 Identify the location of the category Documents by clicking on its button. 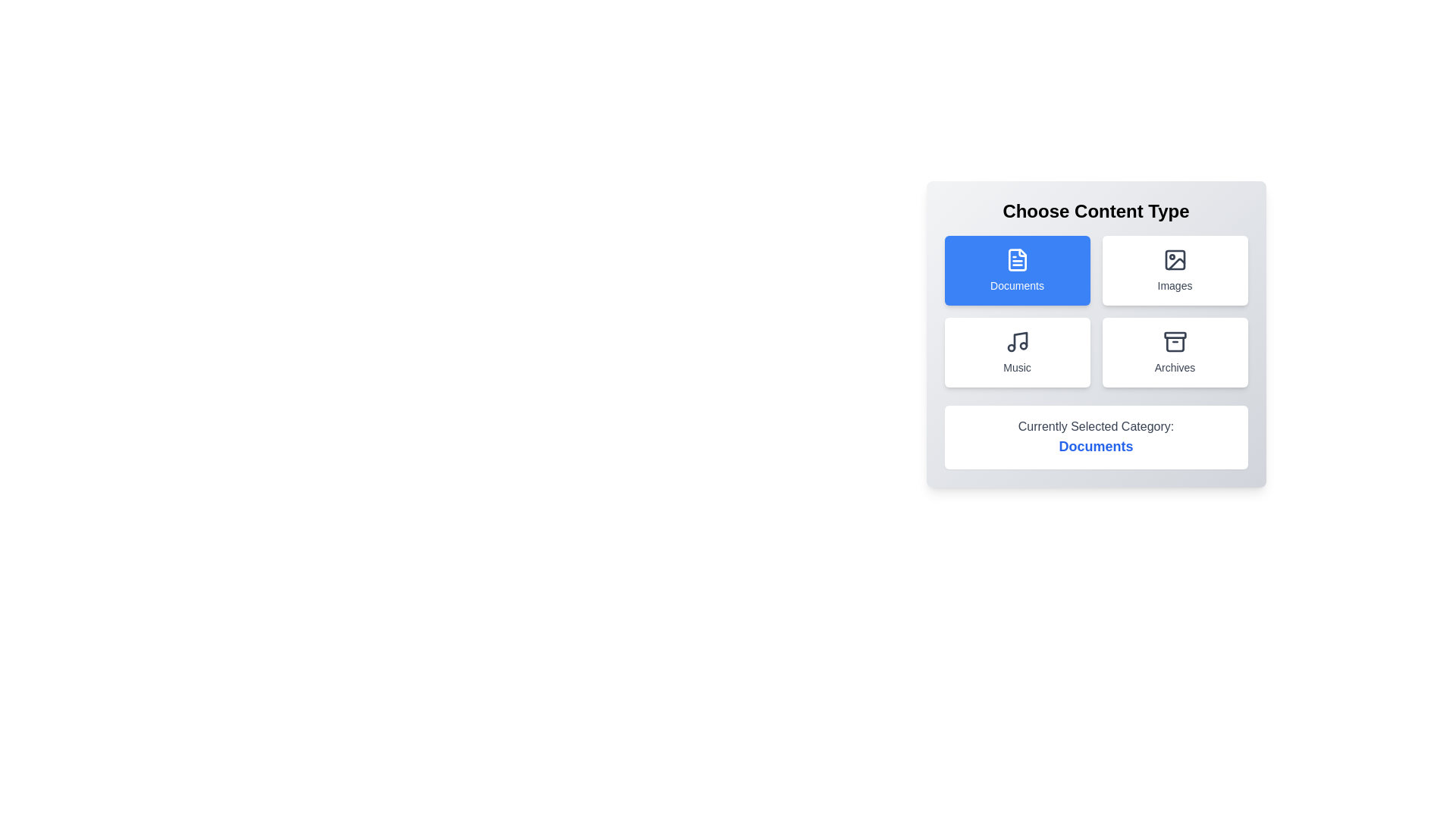
(1017, 270).